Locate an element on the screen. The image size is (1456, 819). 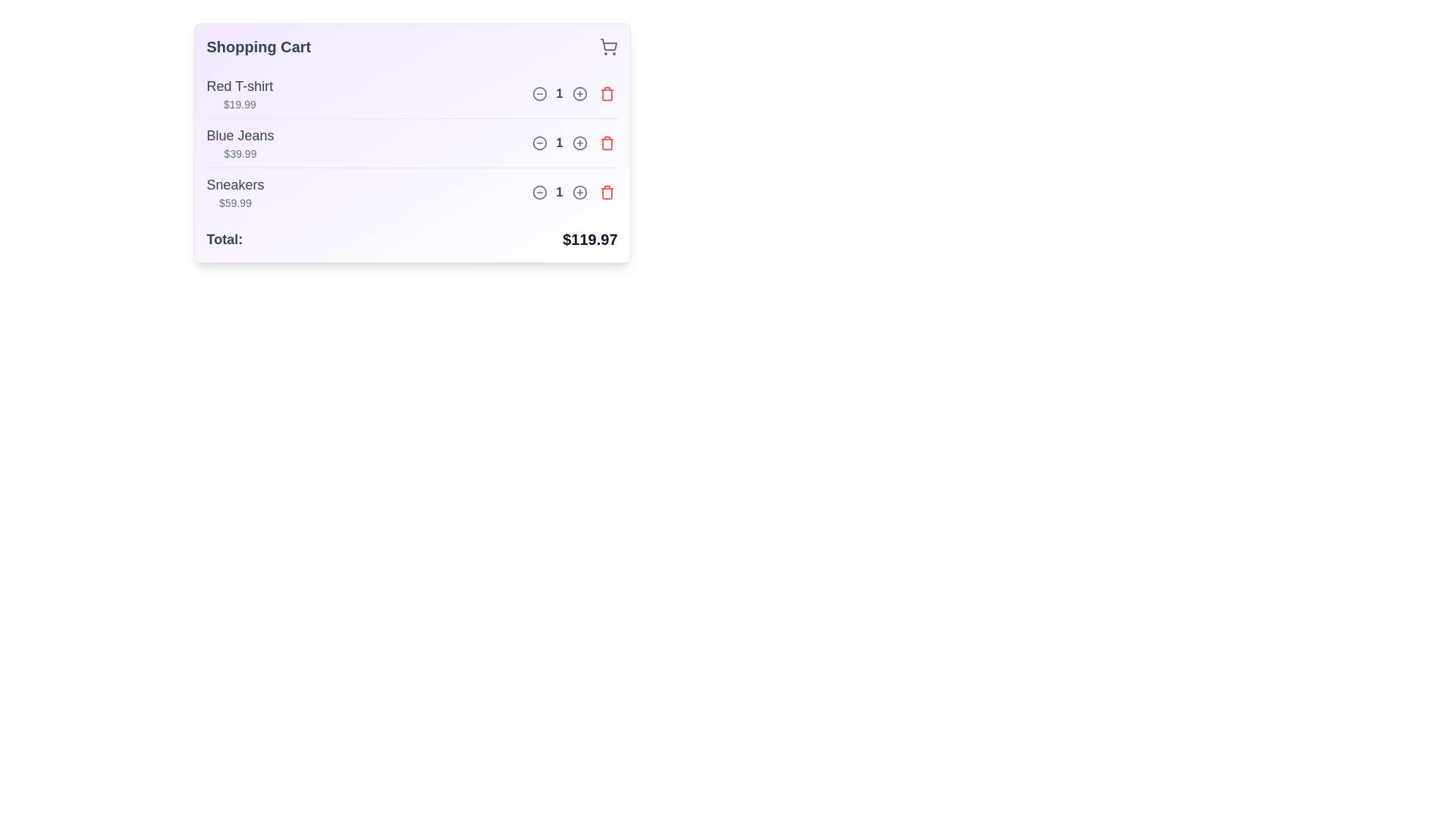
displayed numeric value '1' in bold gray font located between the decrement and increment buttons in the shopping cart controls is located at coordinates (559, 93).